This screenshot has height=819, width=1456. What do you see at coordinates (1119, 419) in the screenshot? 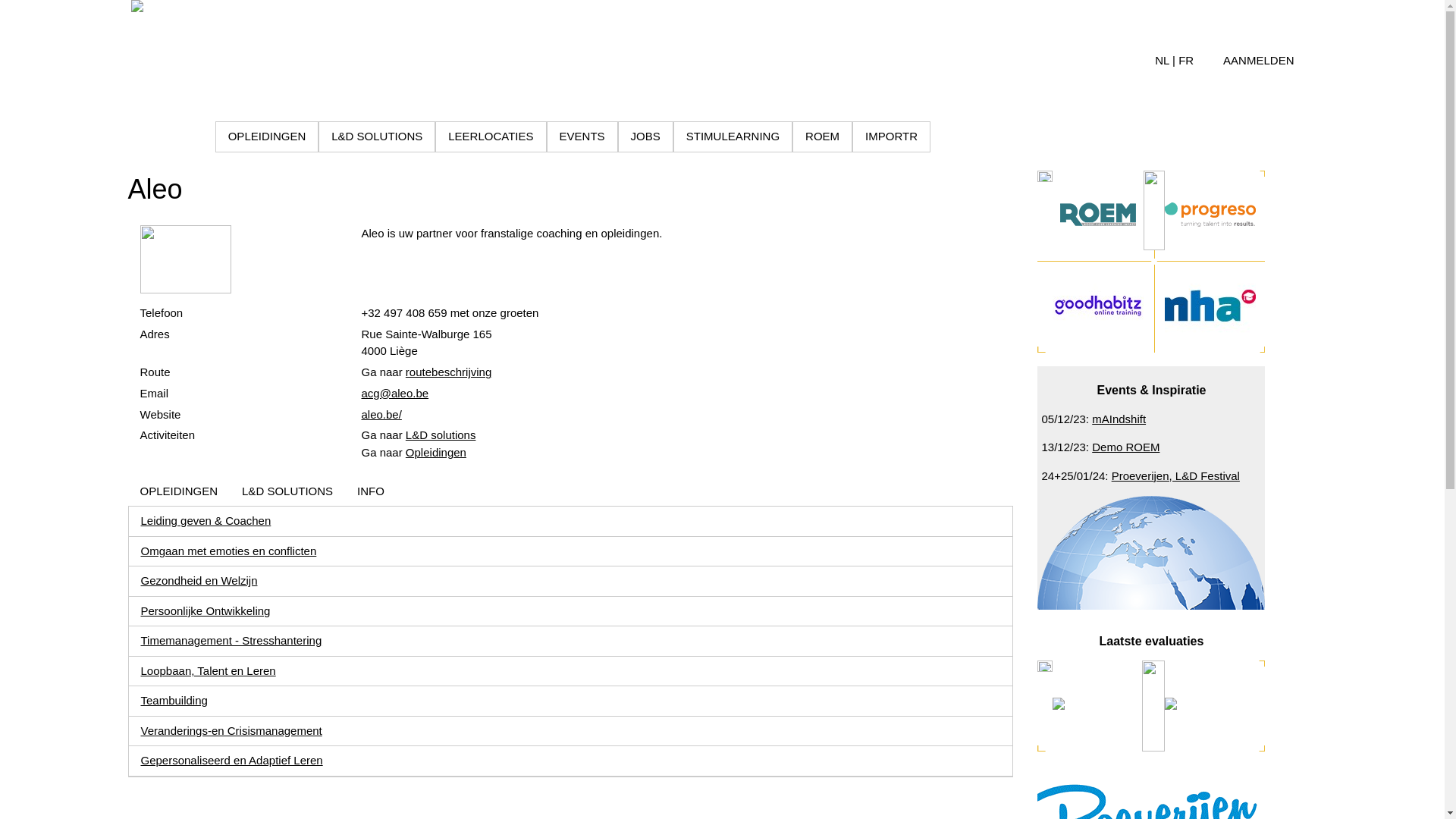
I see `'mAIndshift'` at bounding box center [1119, 419].